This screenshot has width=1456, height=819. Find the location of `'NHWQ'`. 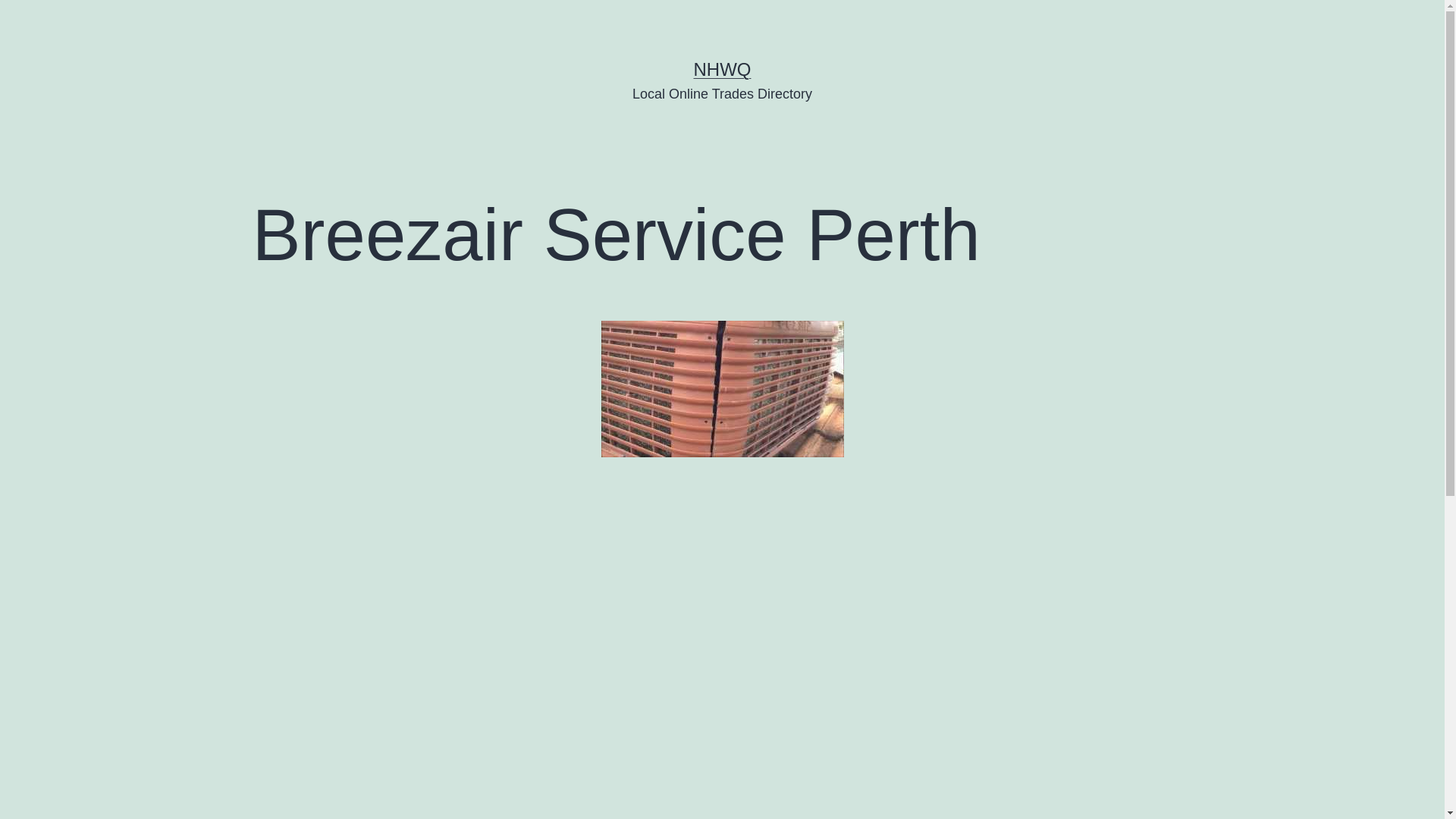

'NHWQ' is located at coordinates (720, 69).